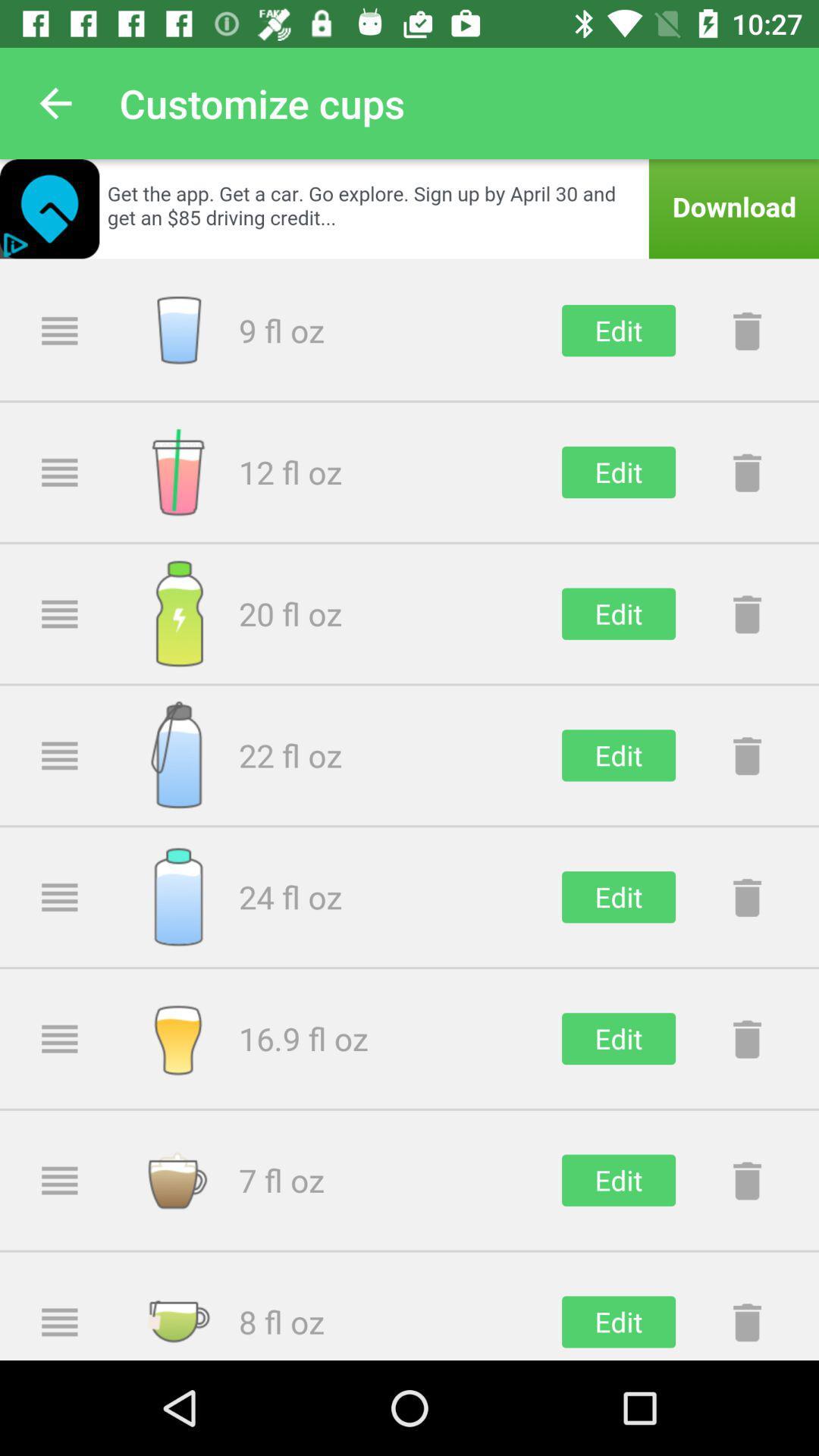  Describe the element at coordinates (746, 1037) in the screenshot. I see `delete the option` at that location.